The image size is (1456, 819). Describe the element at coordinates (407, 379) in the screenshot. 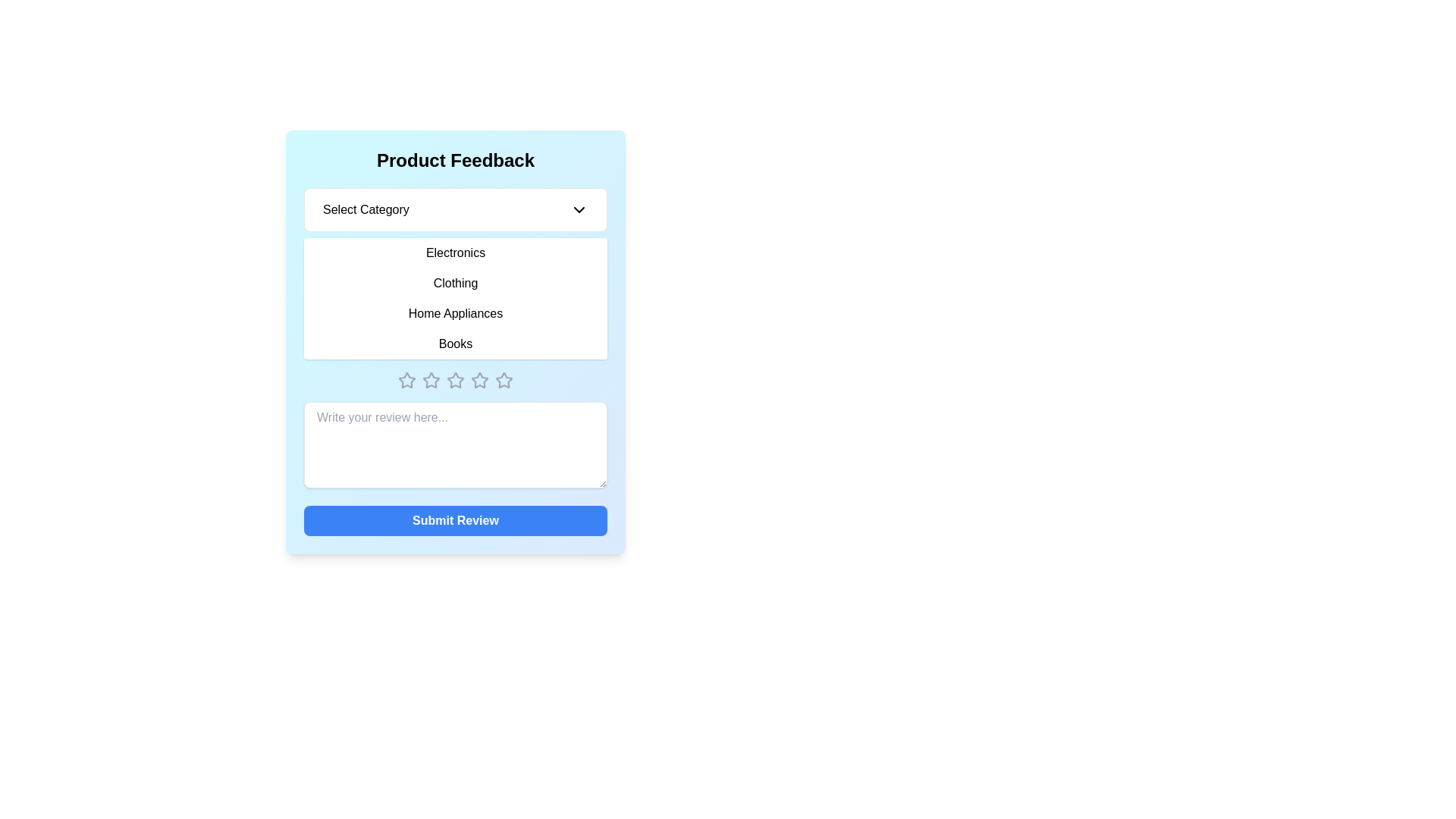

I see `the first star-shaped icon in the row of rating stars` at that location.